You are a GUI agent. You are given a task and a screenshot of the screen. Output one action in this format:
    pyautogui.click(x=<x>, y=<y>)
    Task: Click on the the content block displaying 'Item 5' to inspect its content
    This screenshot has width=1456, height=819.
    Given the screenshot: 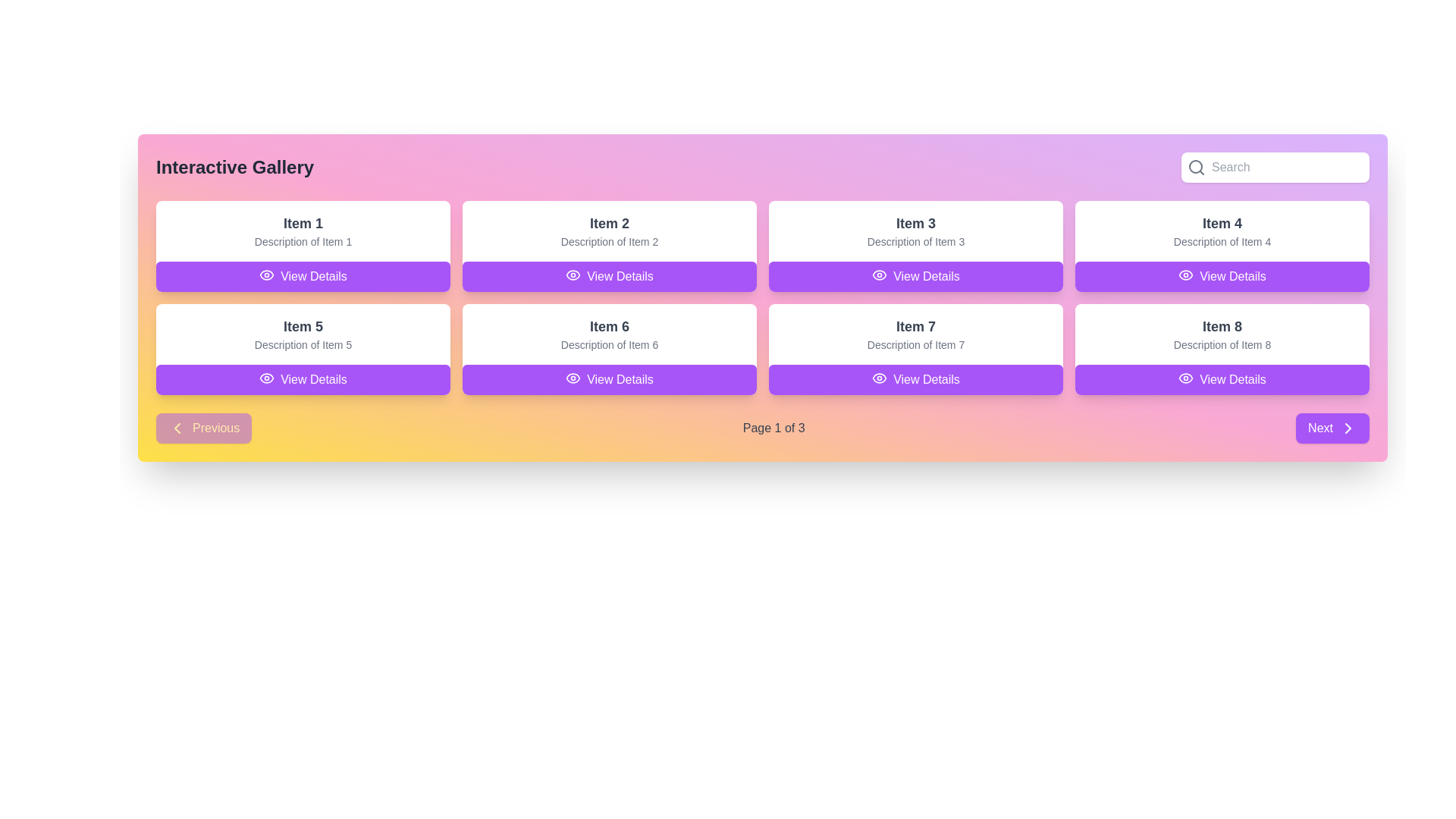 What is the action you would take?
    pyautogui.click(x=303, y=333)
    